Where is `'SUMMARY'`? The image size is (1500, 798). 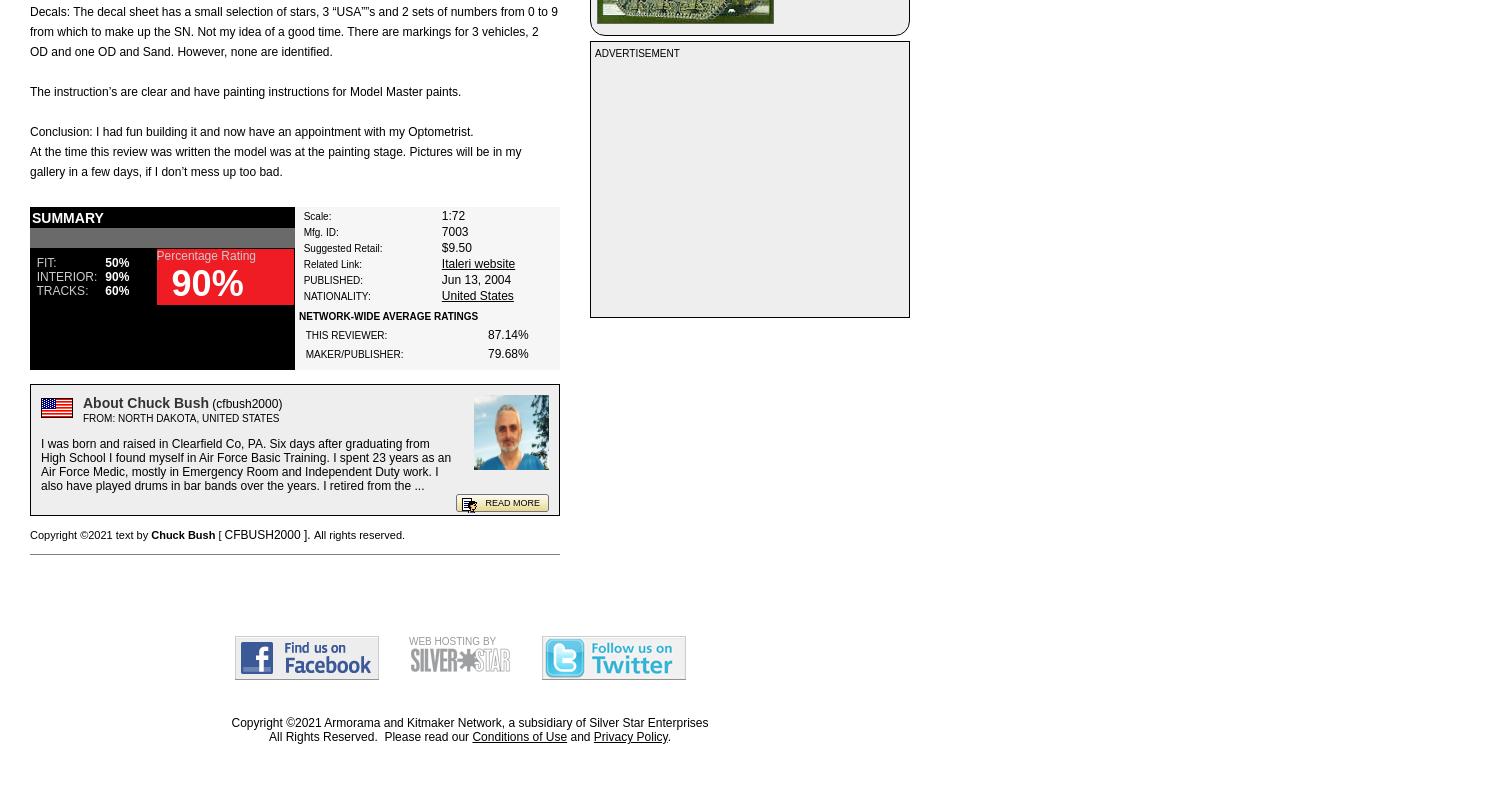
'SUMMARY' is located at coordinates (66, 218).